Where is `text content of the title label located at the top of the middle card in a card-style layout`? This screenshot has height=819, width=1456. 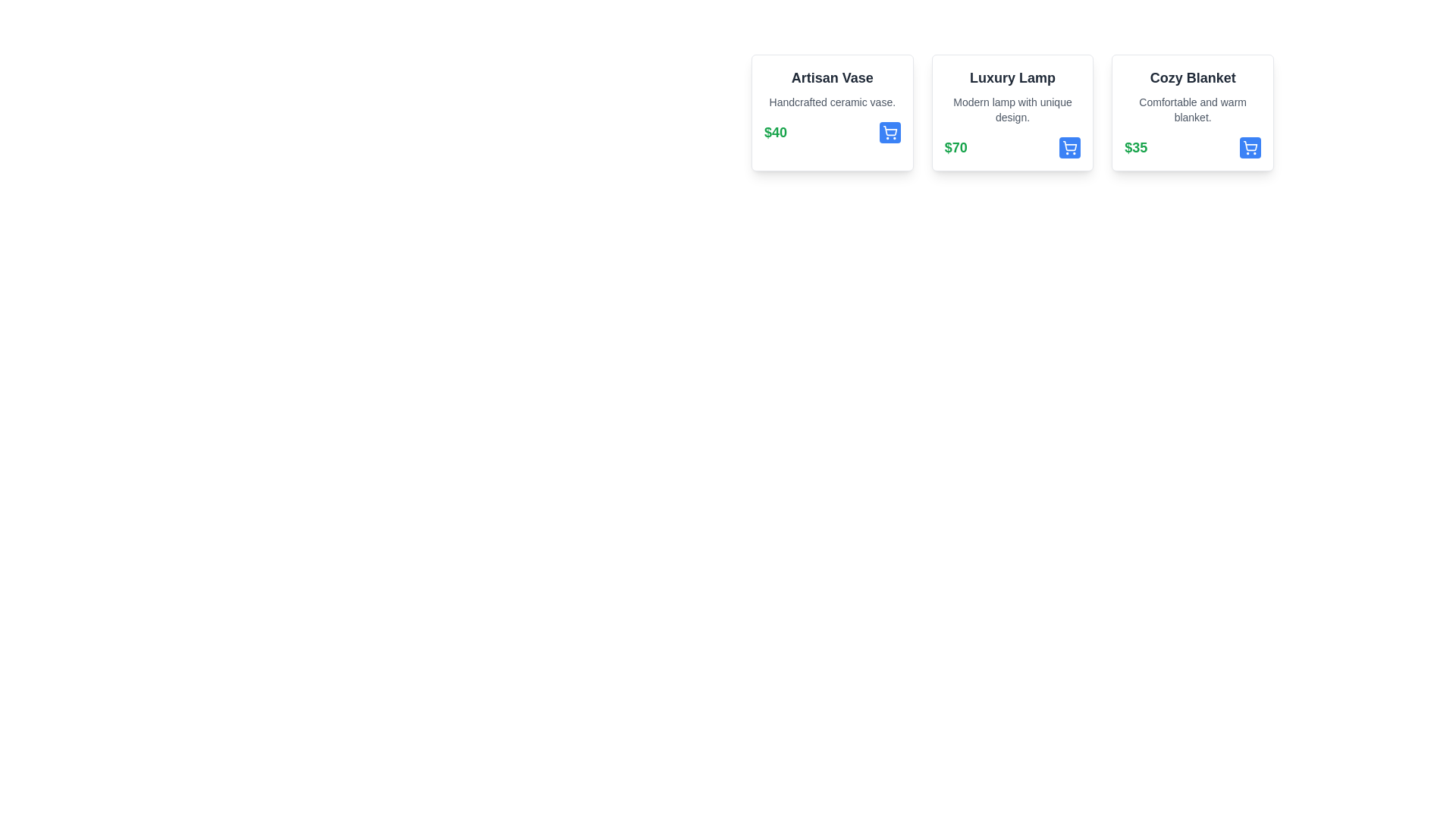 text content of the title label located at the top of the middle card in a card-style layout is located at coordinates (1012, 78).